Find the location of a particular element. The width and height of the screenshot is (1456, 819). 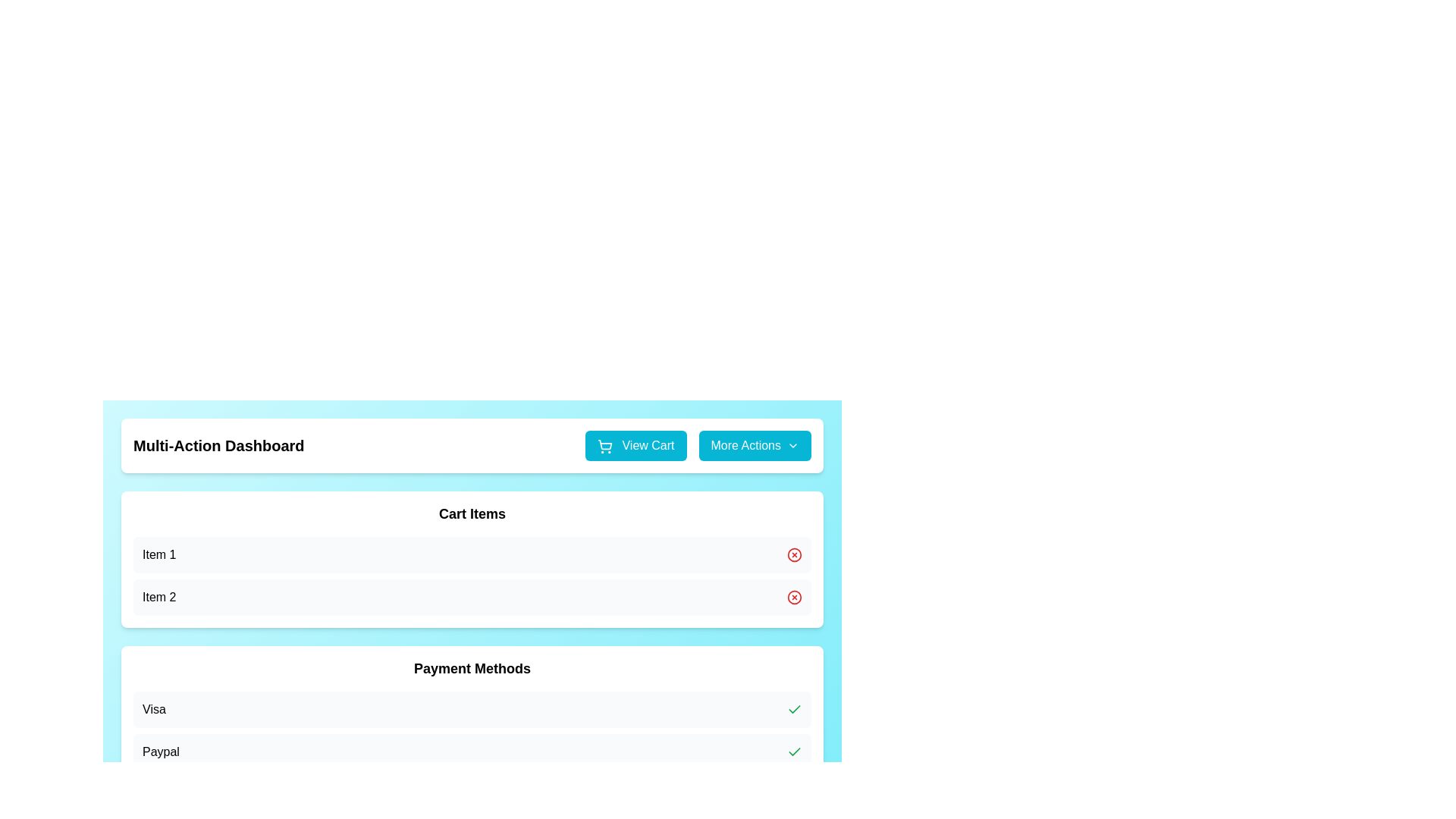

the removal button for 'Item 2' in the cart, located in the second row of the 'Cart Items' section at the far-right of the 'Item 2' text is located at coordinates (793, 596).